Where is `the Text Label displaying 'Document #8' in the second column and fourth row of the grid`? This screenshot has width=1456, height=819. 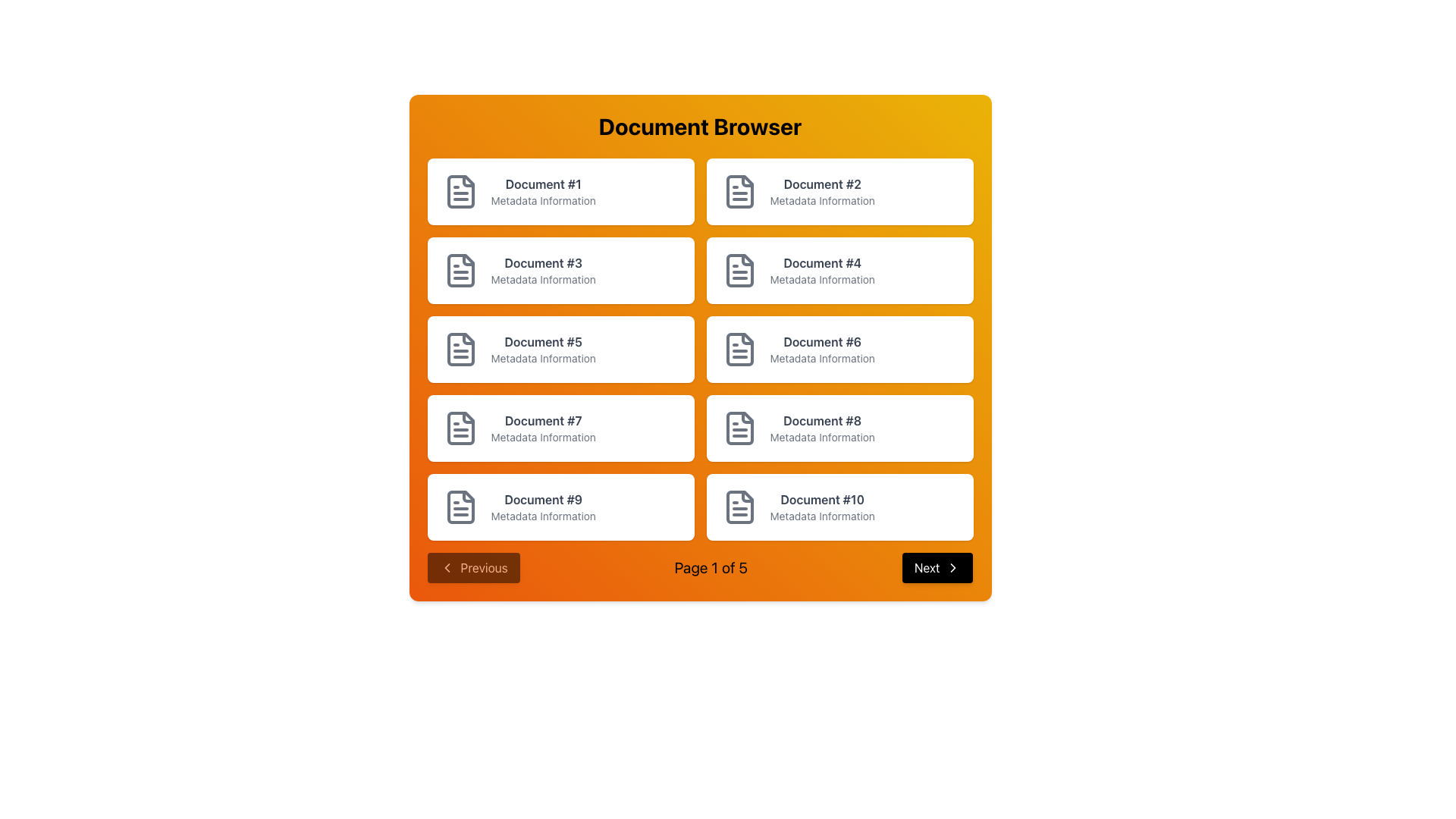 the Text Label displaying 'Document #8' in the second column and fourth row of the grid is located at coordinates (821, 421).